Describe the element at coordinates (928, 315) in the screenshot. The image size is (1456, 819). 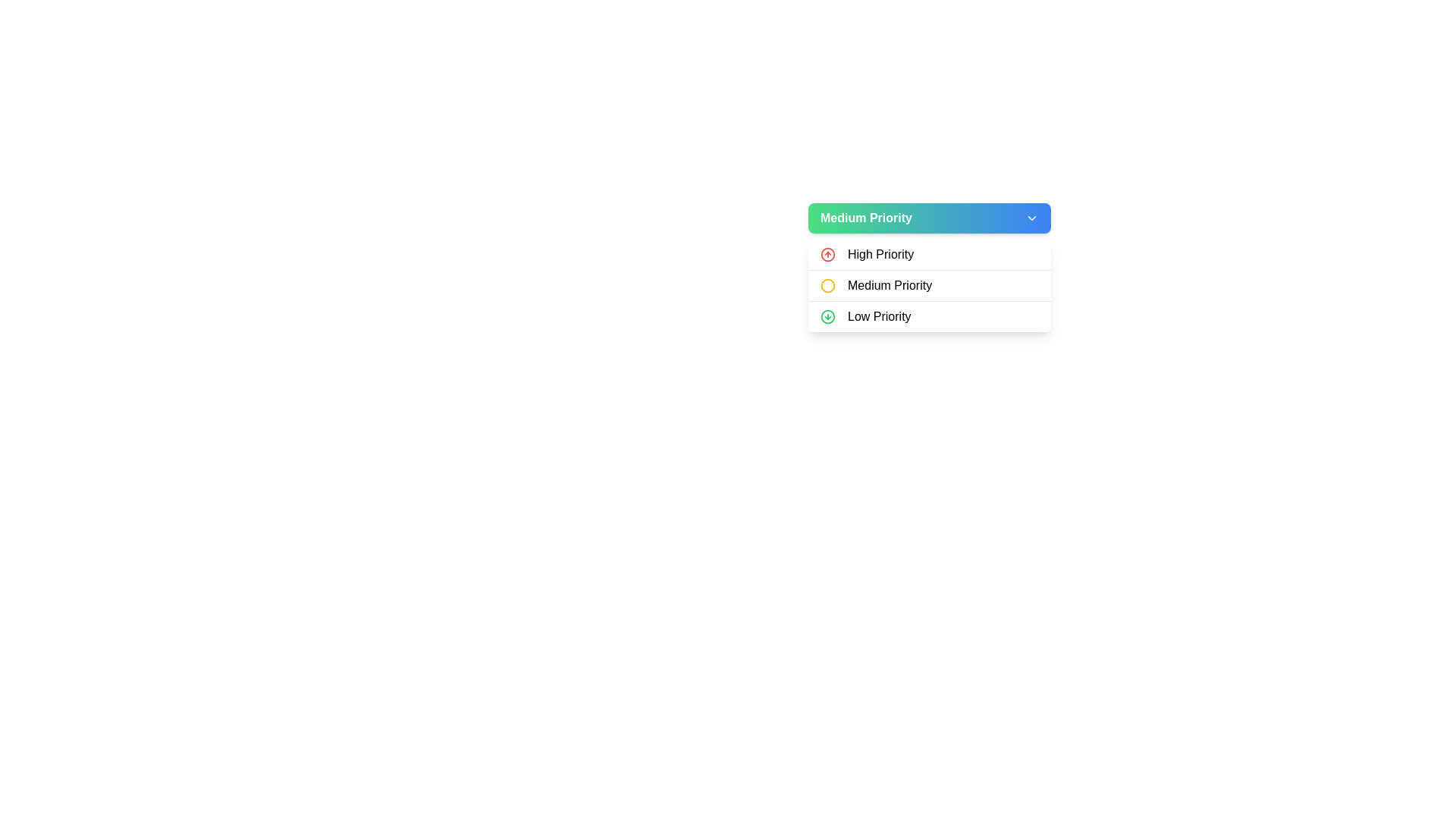
I see `the low priority status list item in the selectable dropdown menu, which is the third item below the 'Medium Priority' item` at that location.